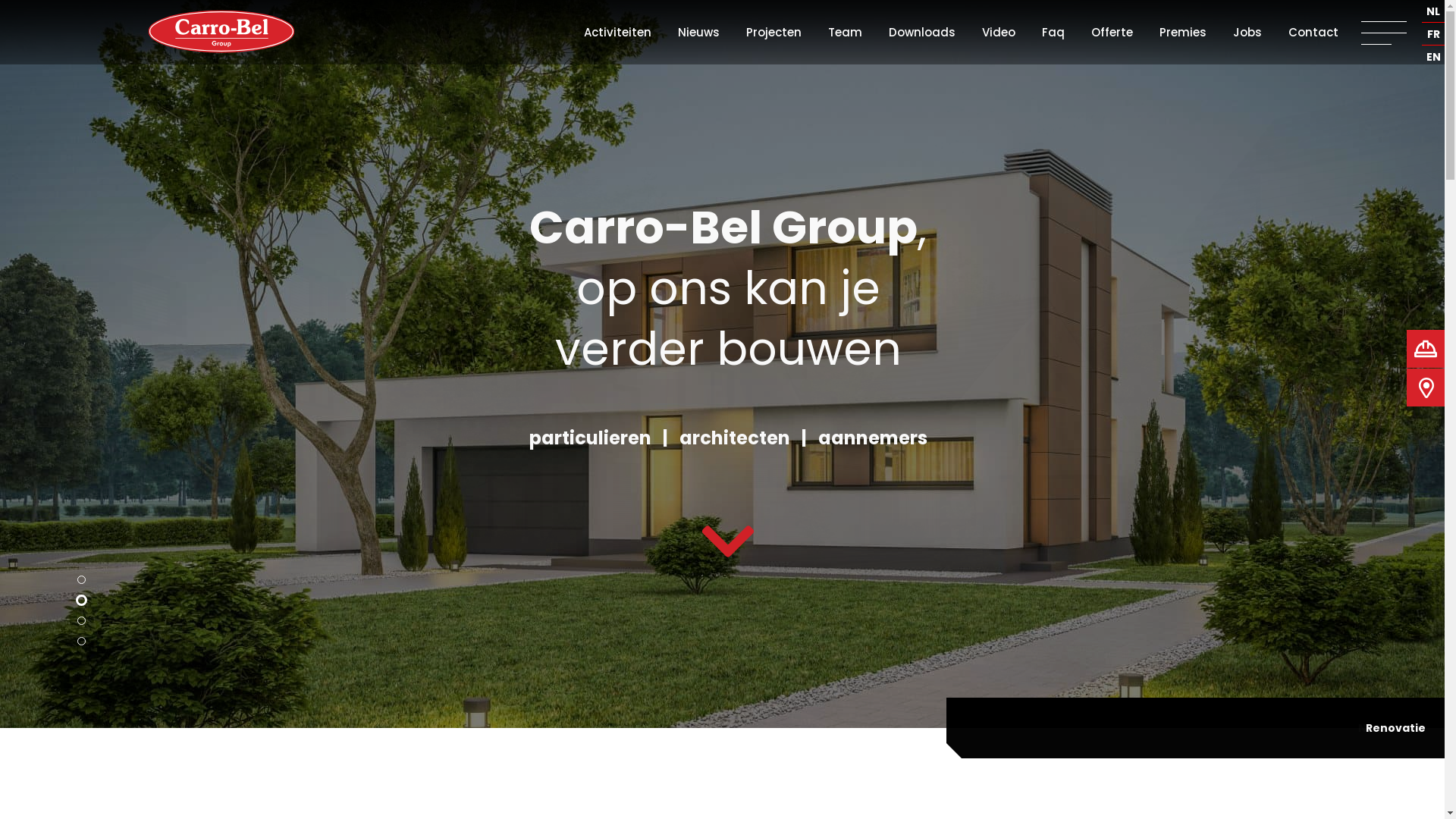 The image size is (1456, 819). Describe the element at coordinates (80, 620) in the screenshot. I see `'3'` at that location.